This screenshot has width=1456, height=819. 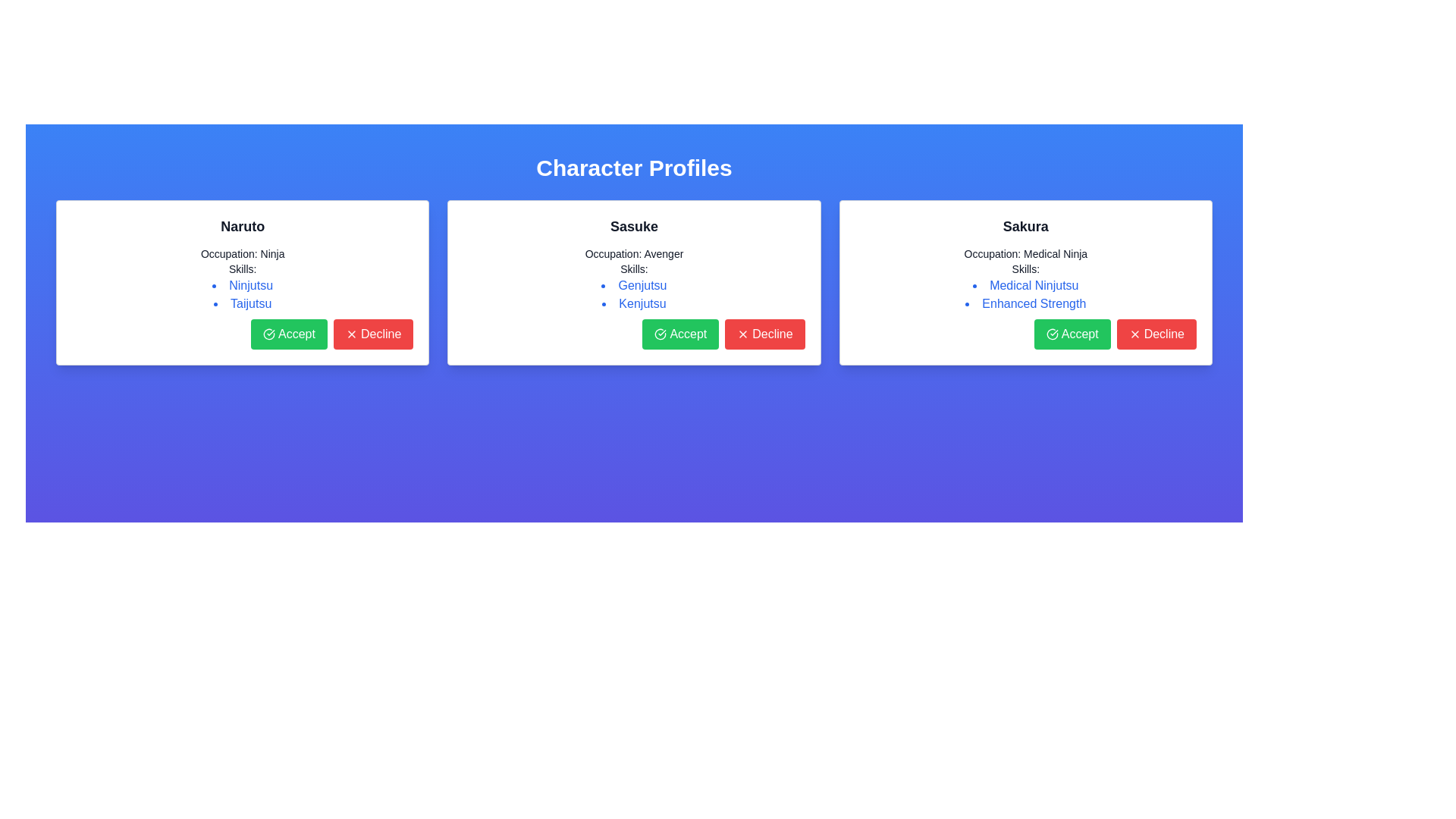 I want to click on text label that describes one of the skills associated with the 'Naruto' profile card, specifically the second item in the bulleted list under the 'Skills' section, which is located below 'Ninjutsu', so click(x=243, y=304).